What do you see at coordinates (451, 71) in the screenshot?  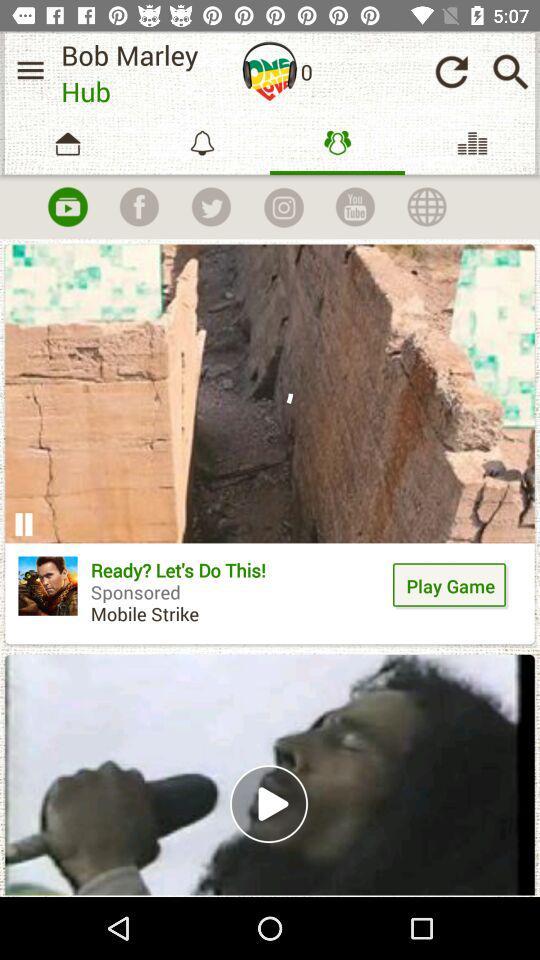 I see `previous` at bounding box center [451, 71].